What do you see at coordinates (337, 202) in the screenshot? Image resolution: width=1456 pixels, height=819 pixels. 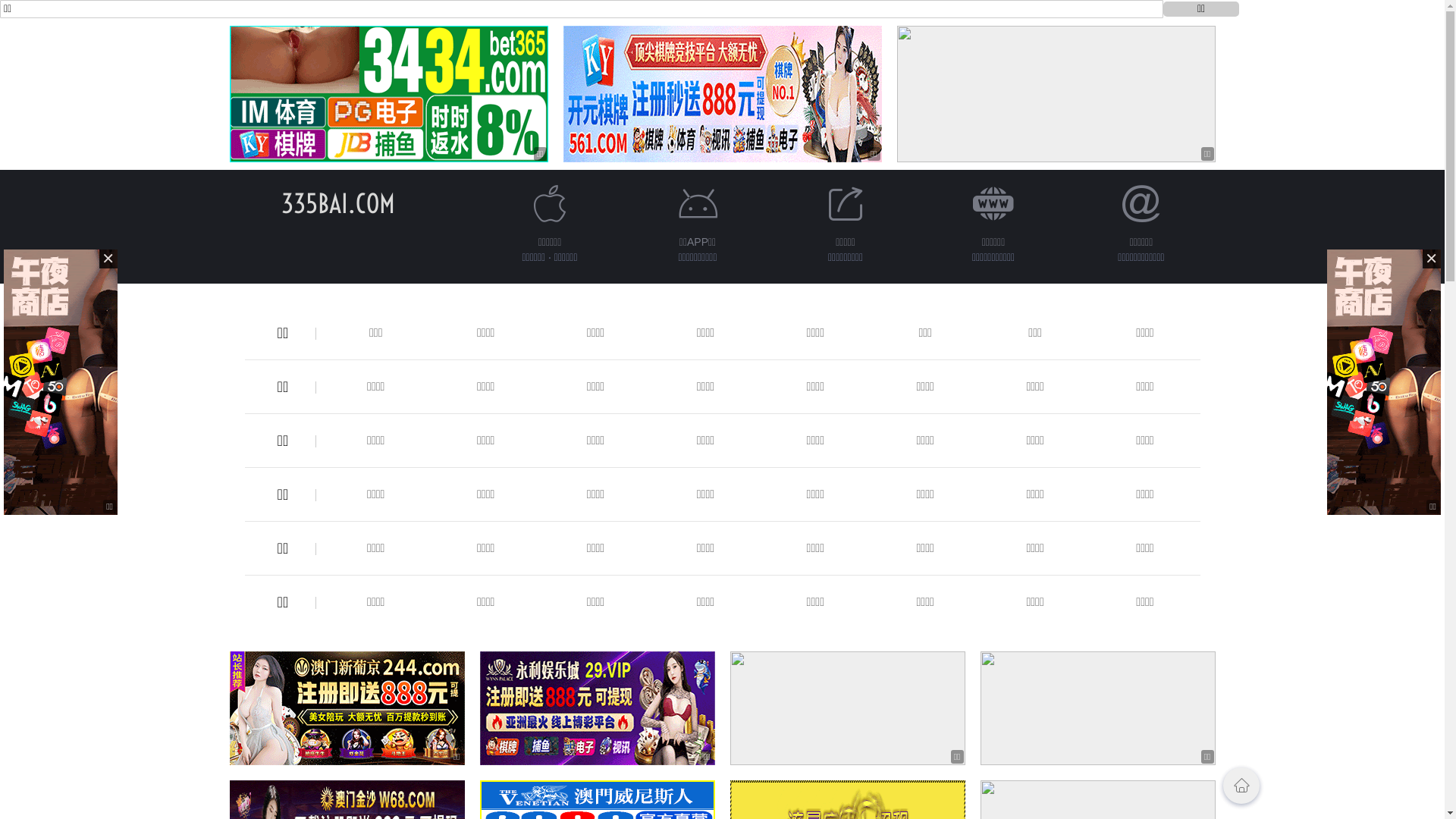 I see `'335BAI.COM'` at bounding box center [337, 202].